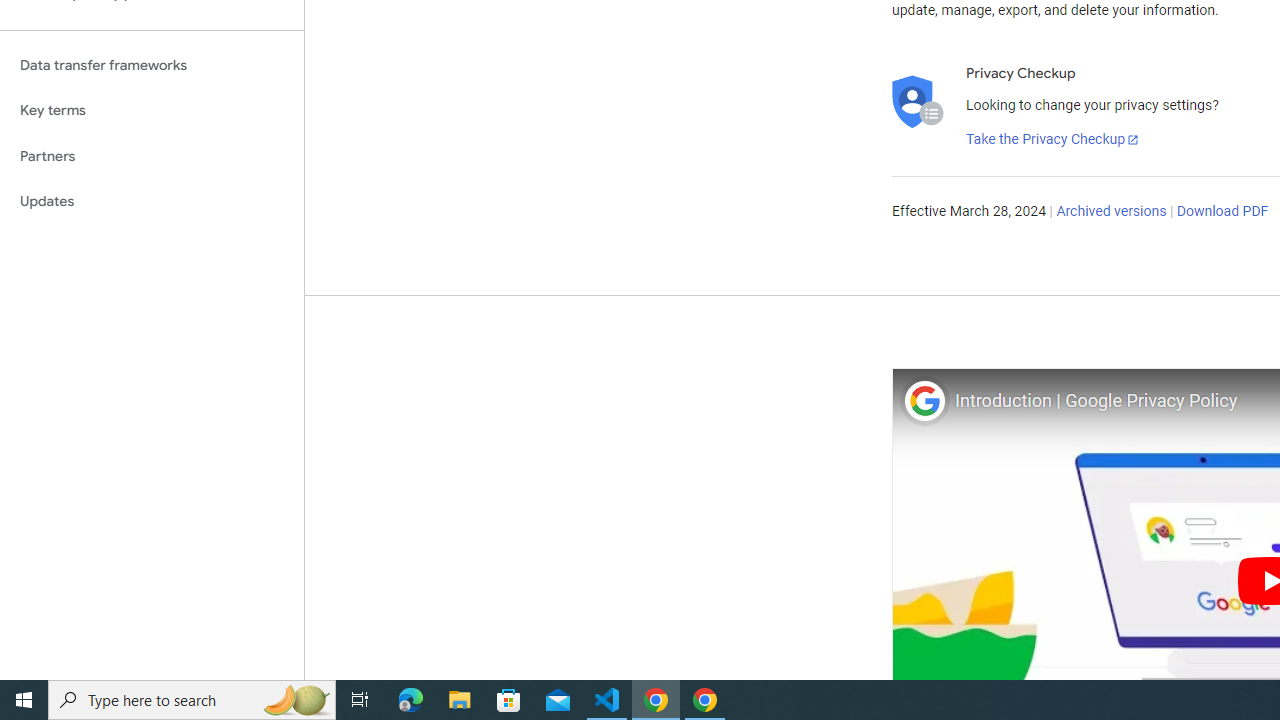 Image resolution: width=1280 pixels, height=720 pixels. I want to click on 'Data transfer frameworks', so click(151, 64).